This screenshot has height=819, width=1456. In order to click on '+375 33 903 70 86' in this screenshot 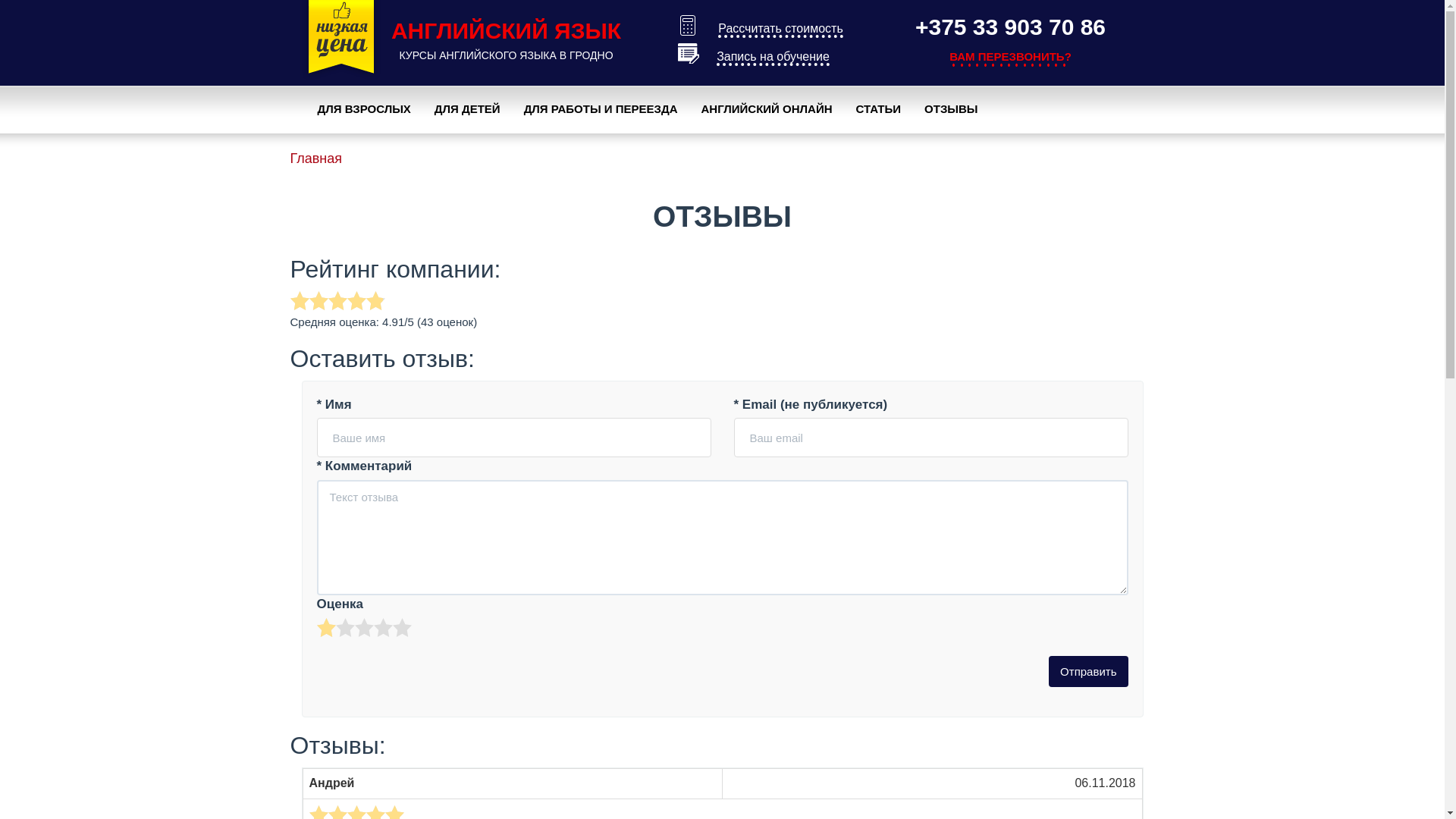, I will do `click(1010, 27)`.